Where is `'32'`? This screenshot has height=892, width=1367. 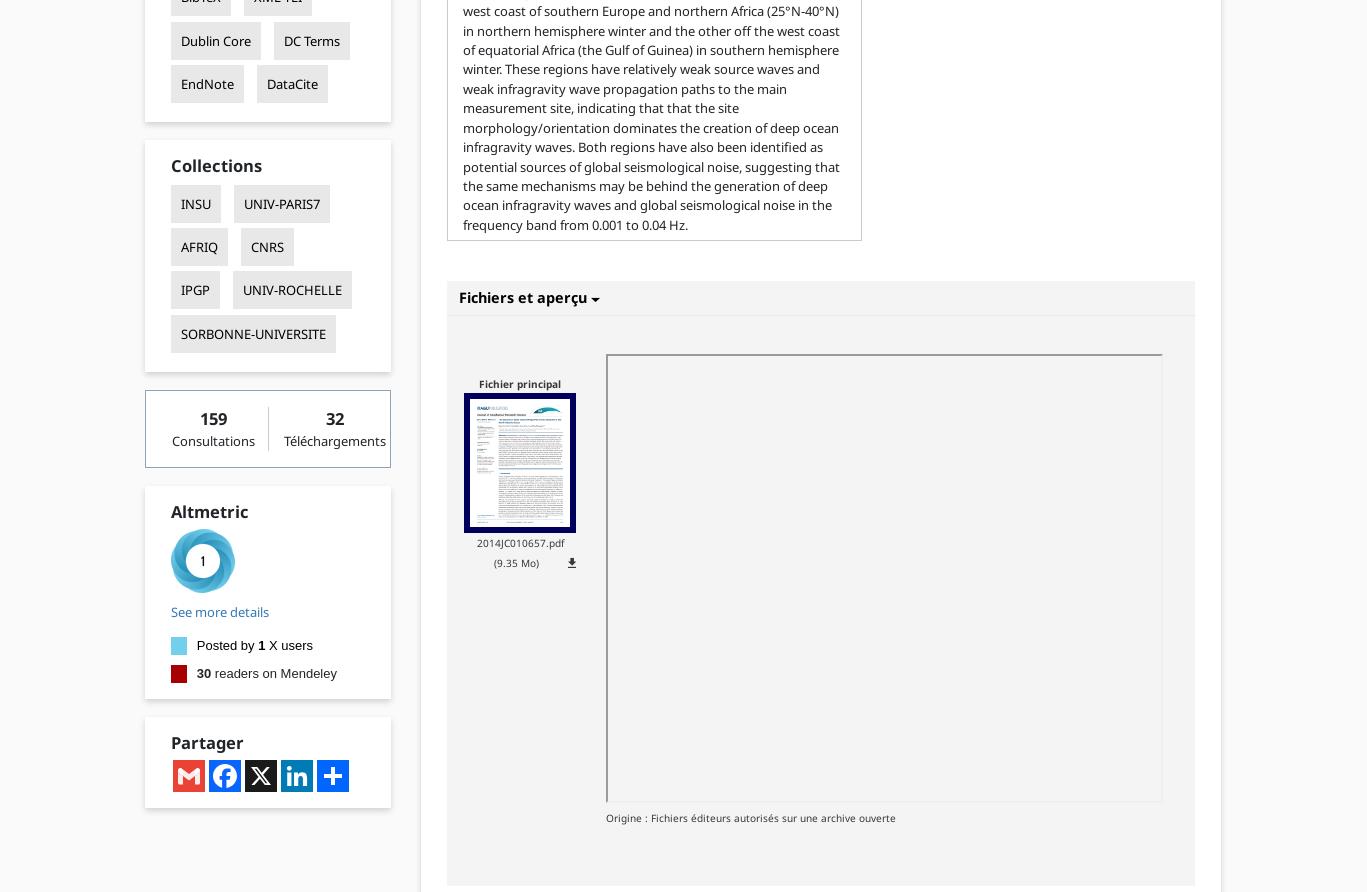
'32' is located at coordinates (335, 416).